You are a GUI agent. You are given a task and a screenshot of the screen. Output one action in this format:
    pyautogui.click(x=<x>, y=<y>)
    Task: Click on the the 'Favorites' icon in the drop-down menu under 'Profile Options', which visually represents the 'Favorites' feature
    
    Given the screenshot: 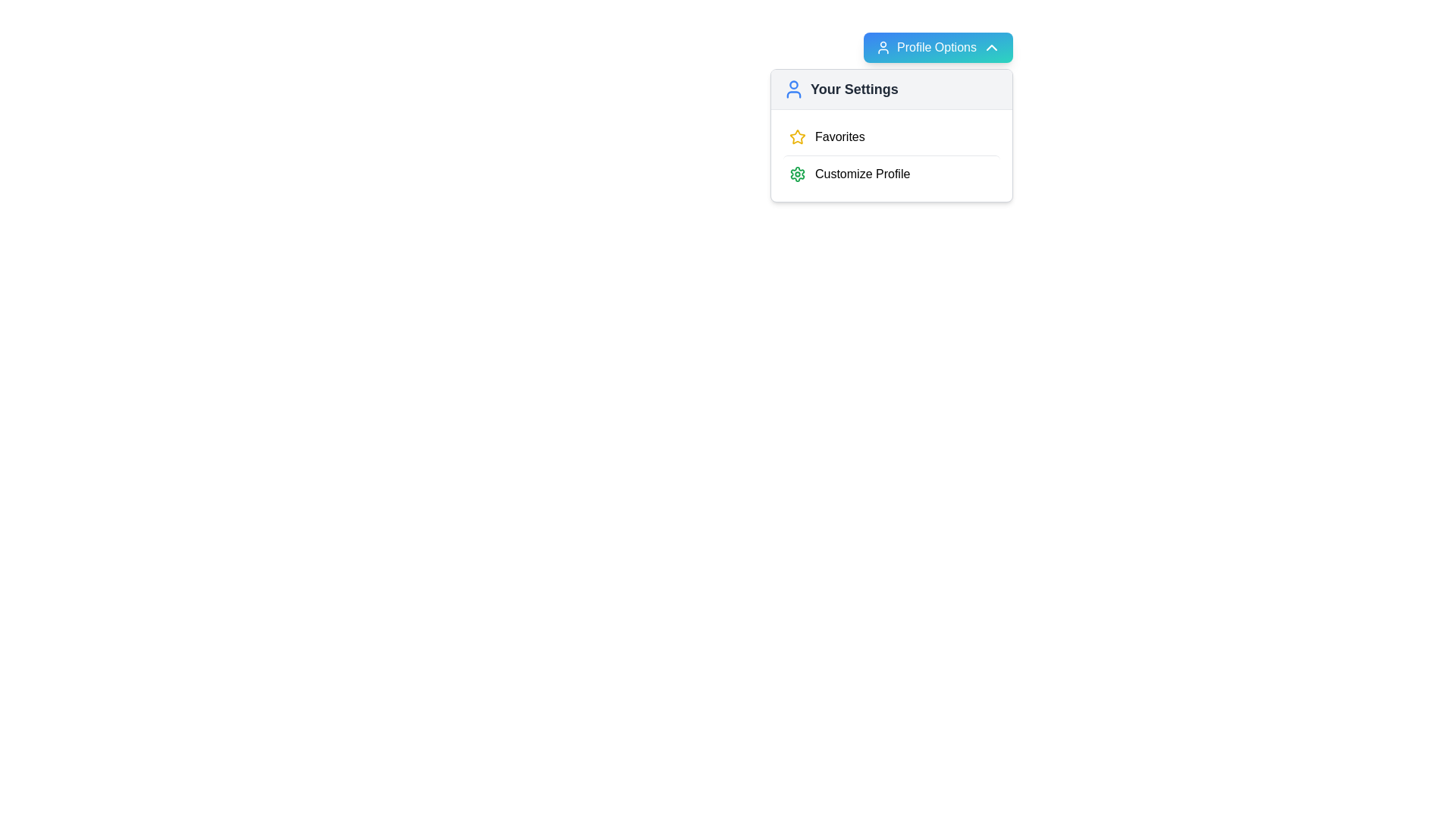 What is the action you would take?
    pyautogui.click(x=796, y=136)
    